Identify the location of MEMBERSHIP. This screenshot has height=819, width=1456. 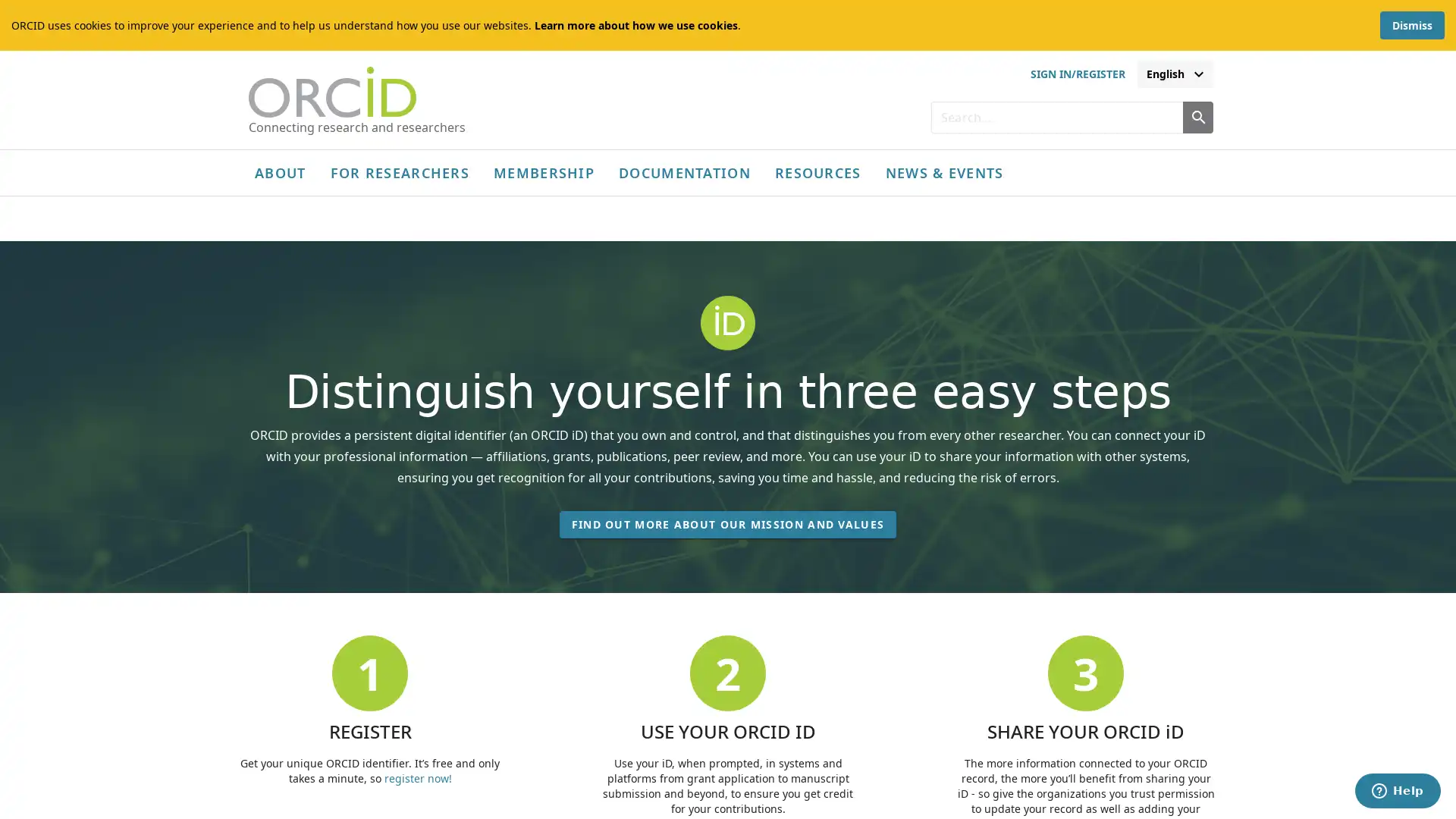
(544, 171).